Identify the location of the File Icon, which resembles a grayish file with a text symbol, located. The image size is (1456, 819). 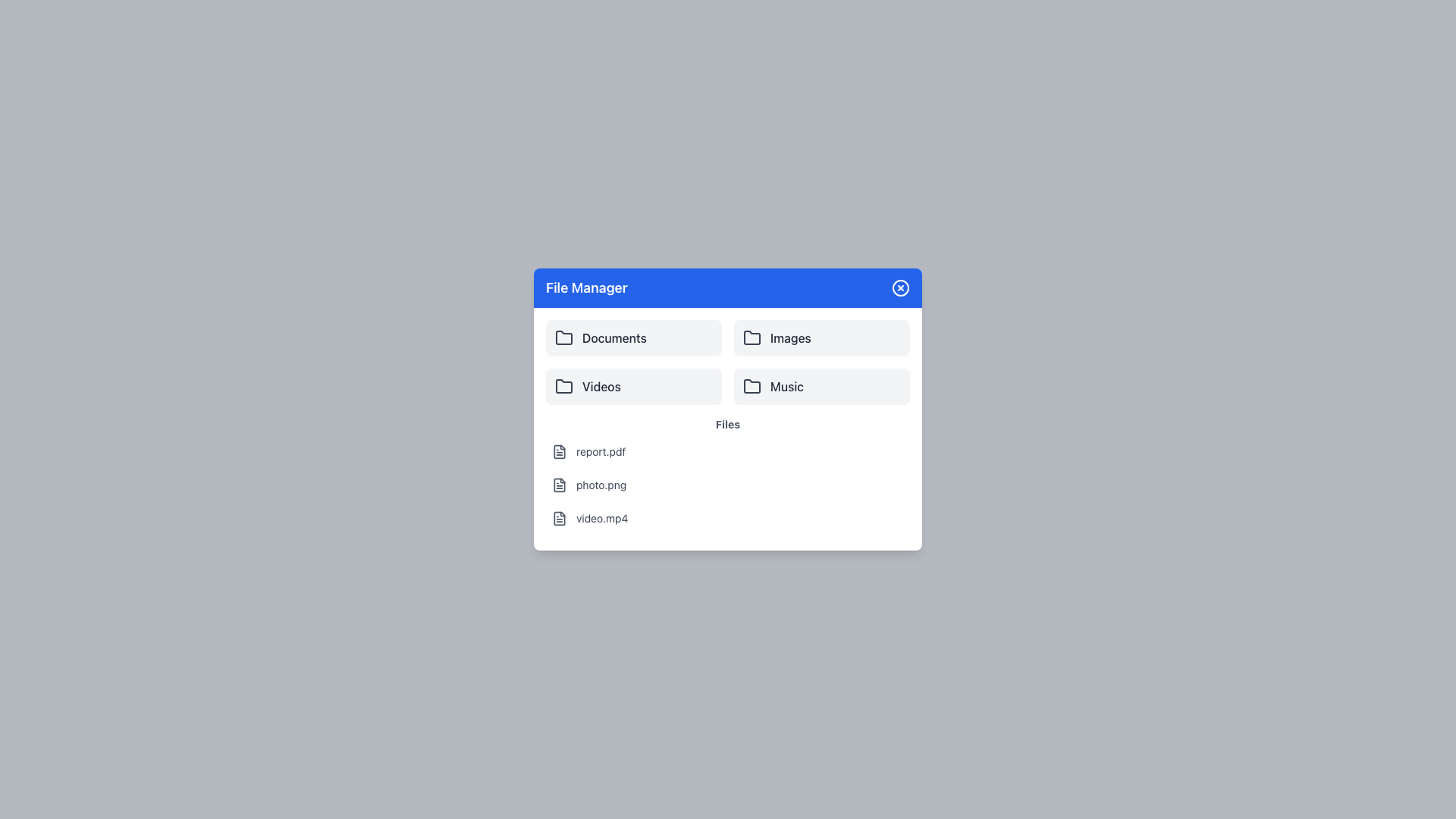
(559, 451).